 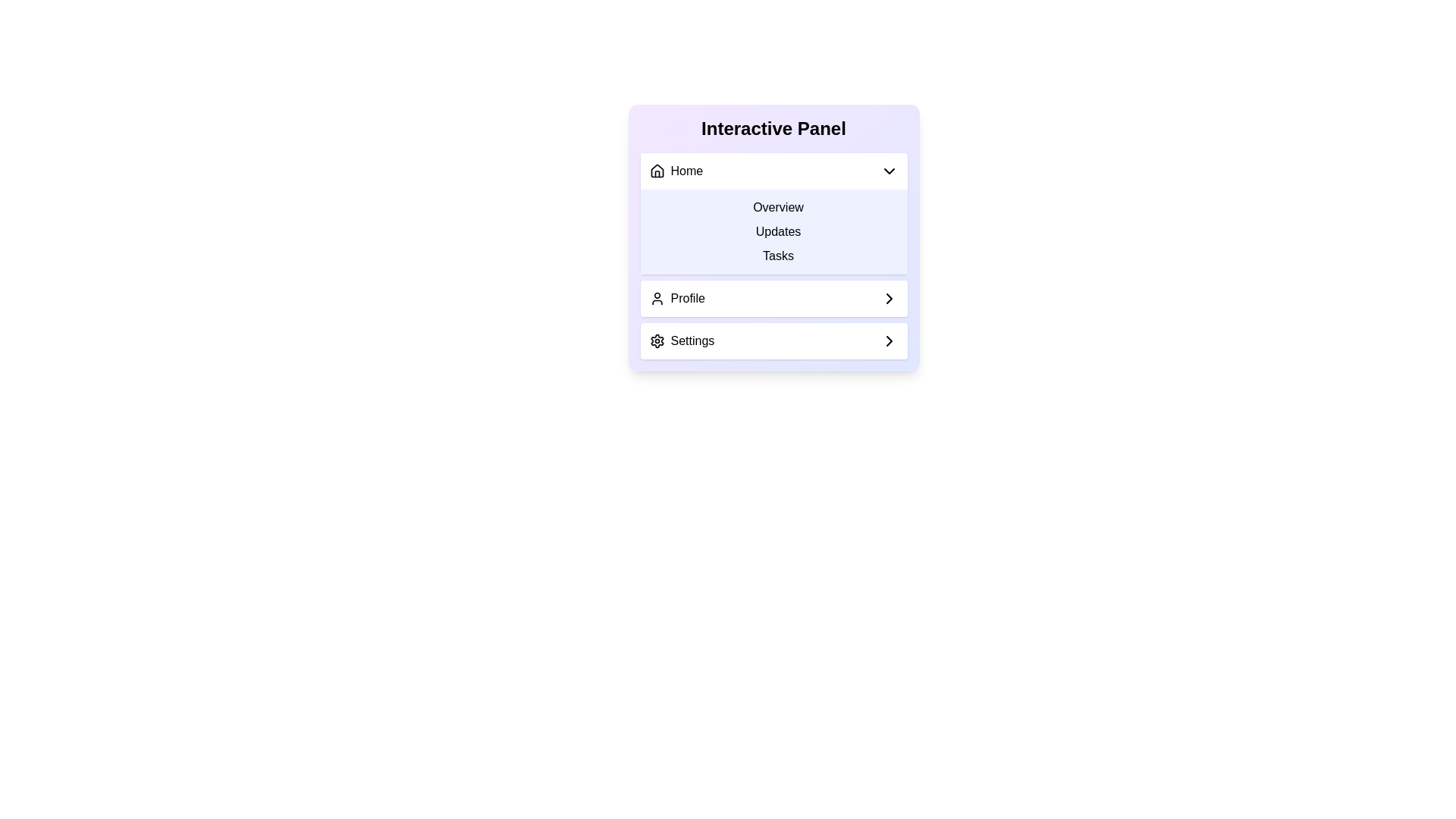 I want to click on the navigational button located below the 'Overview', 'Updates', and 'Tasks' options, so click(x=773, y=298).